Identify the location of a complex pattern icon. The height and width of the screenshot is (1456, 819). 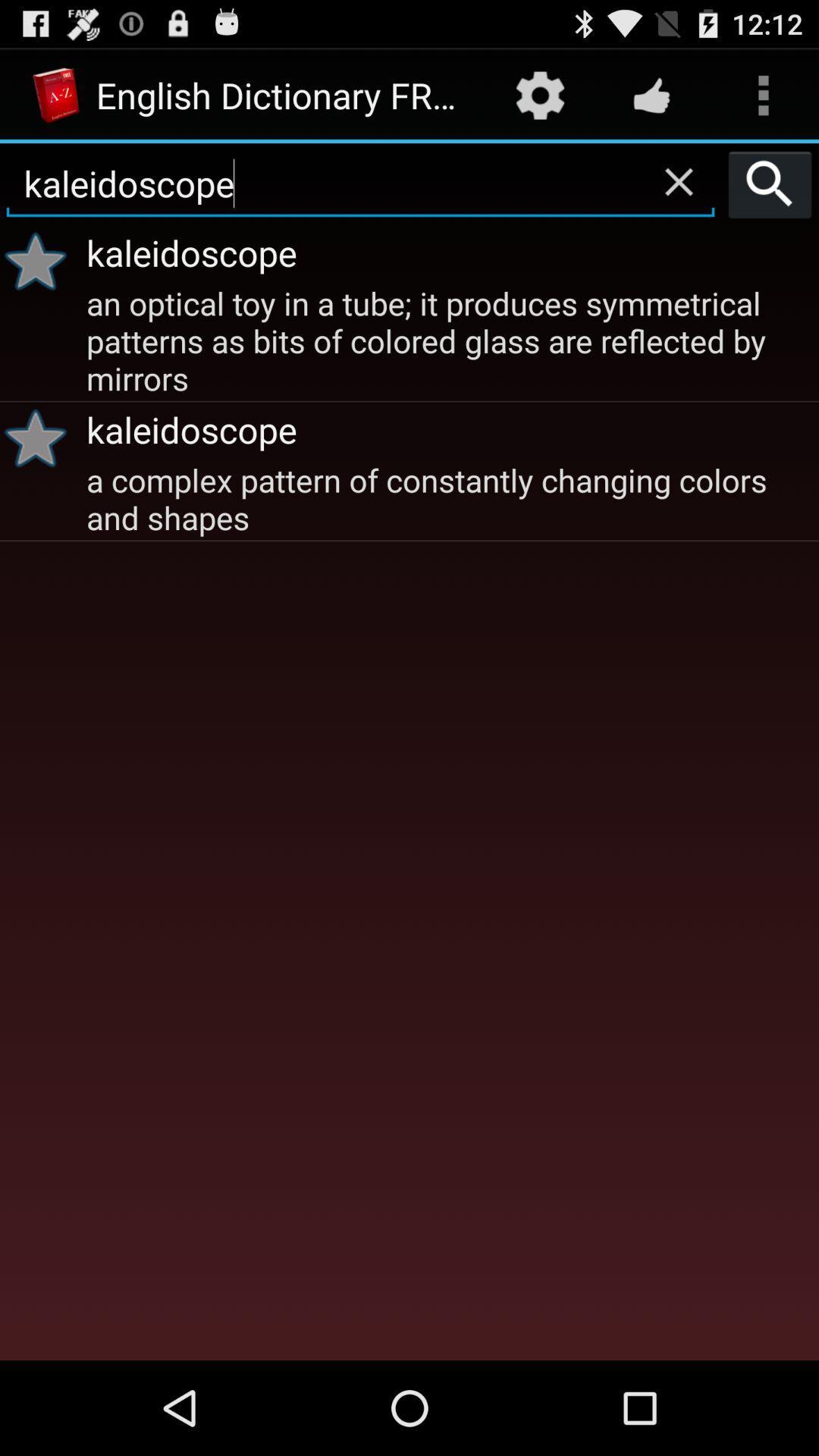
(450, 497).